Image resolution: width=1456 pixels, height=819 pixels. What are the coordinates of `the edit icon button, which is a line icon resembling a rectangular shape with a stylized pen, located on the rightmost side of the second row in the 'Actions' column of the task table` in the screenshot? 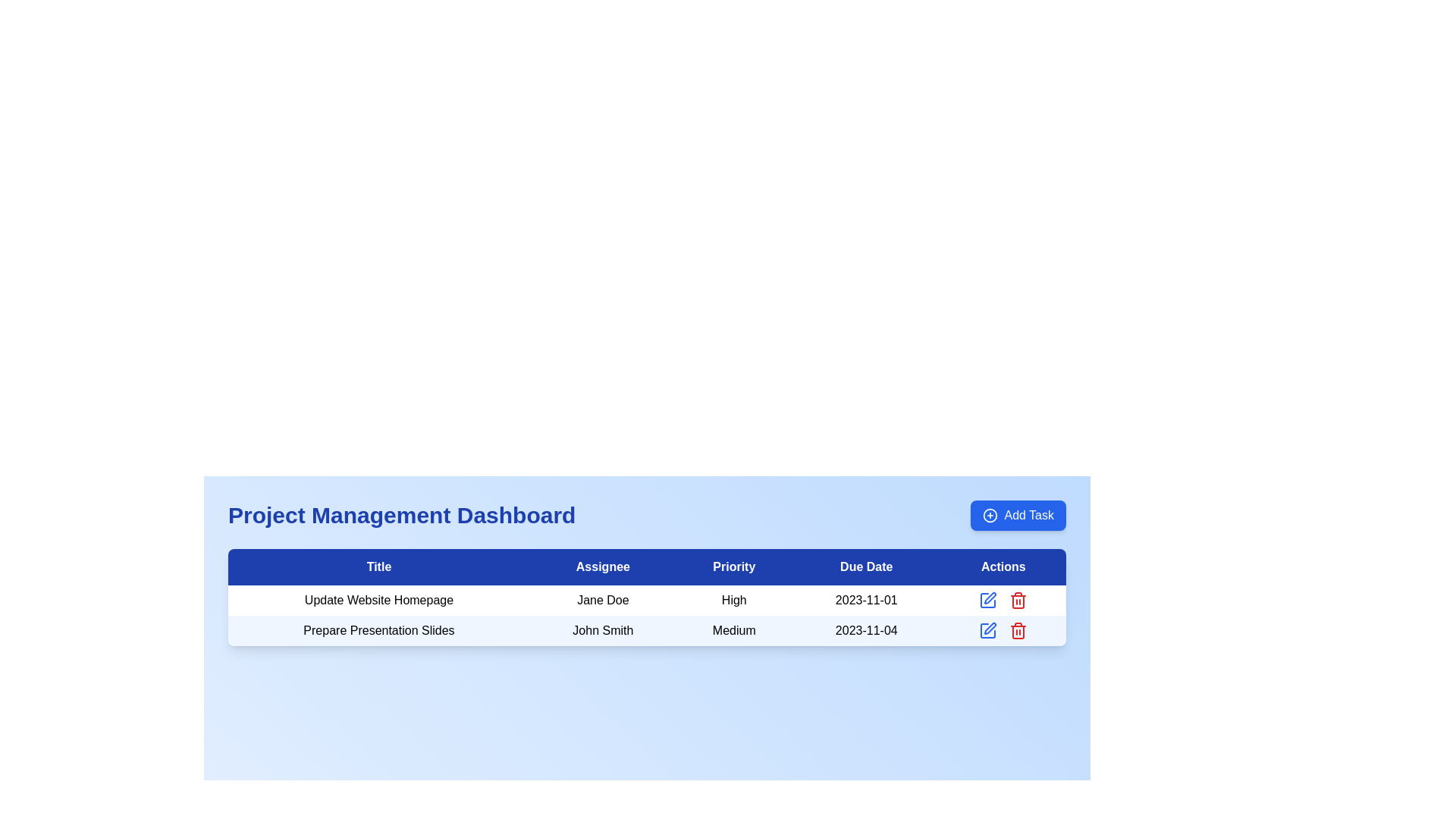 It's located at (988, 631).